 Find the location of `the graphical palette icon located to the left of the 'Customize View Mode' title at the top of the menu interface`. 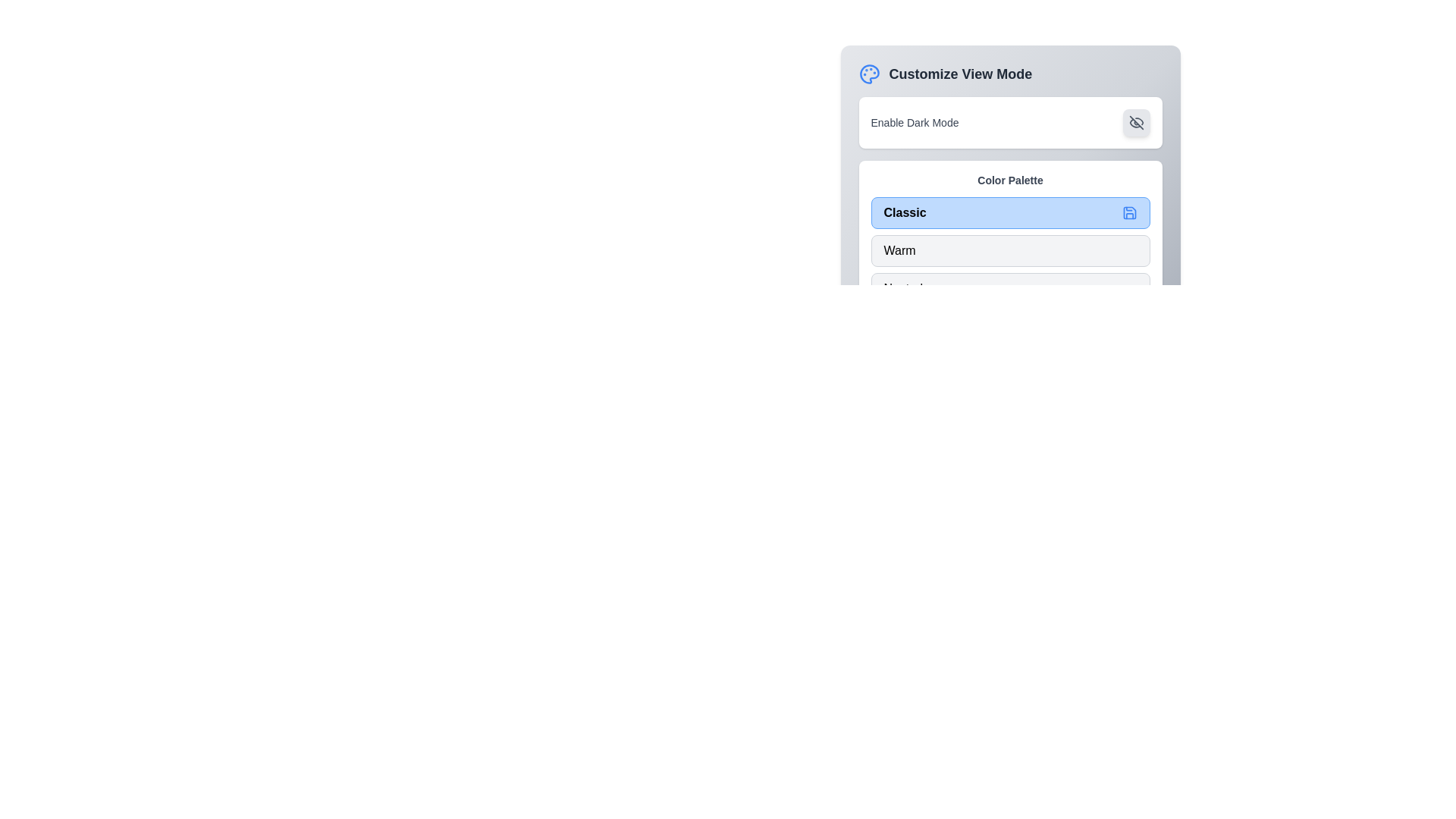

the graphical palette icon located to the left of the 'Customize View Mode' title at the top of the menu interface is located at coordinates (869, 74).